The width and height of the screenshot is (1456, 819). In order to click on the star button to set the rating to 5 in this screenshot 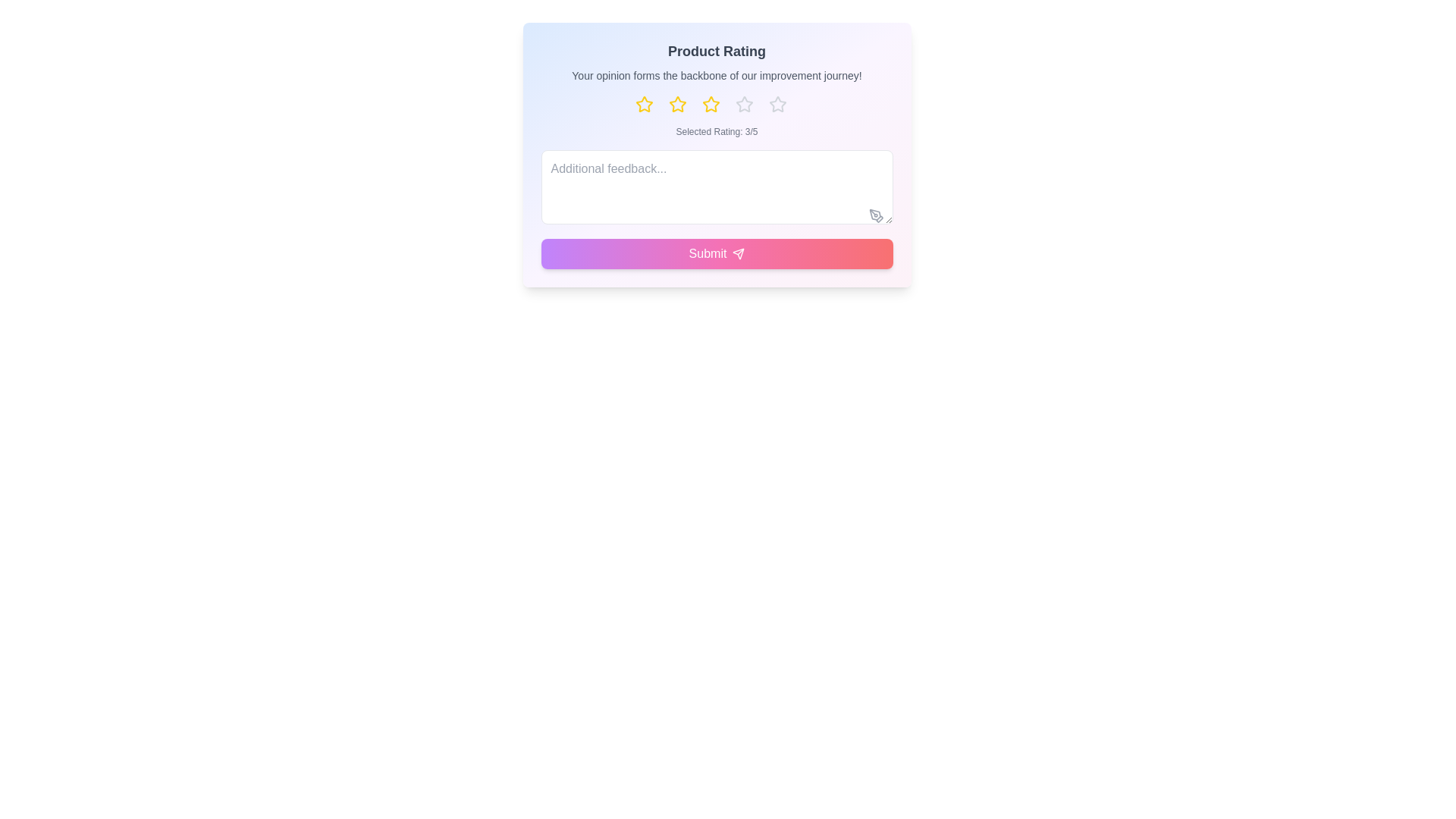, I will do `click(783, 104)`.